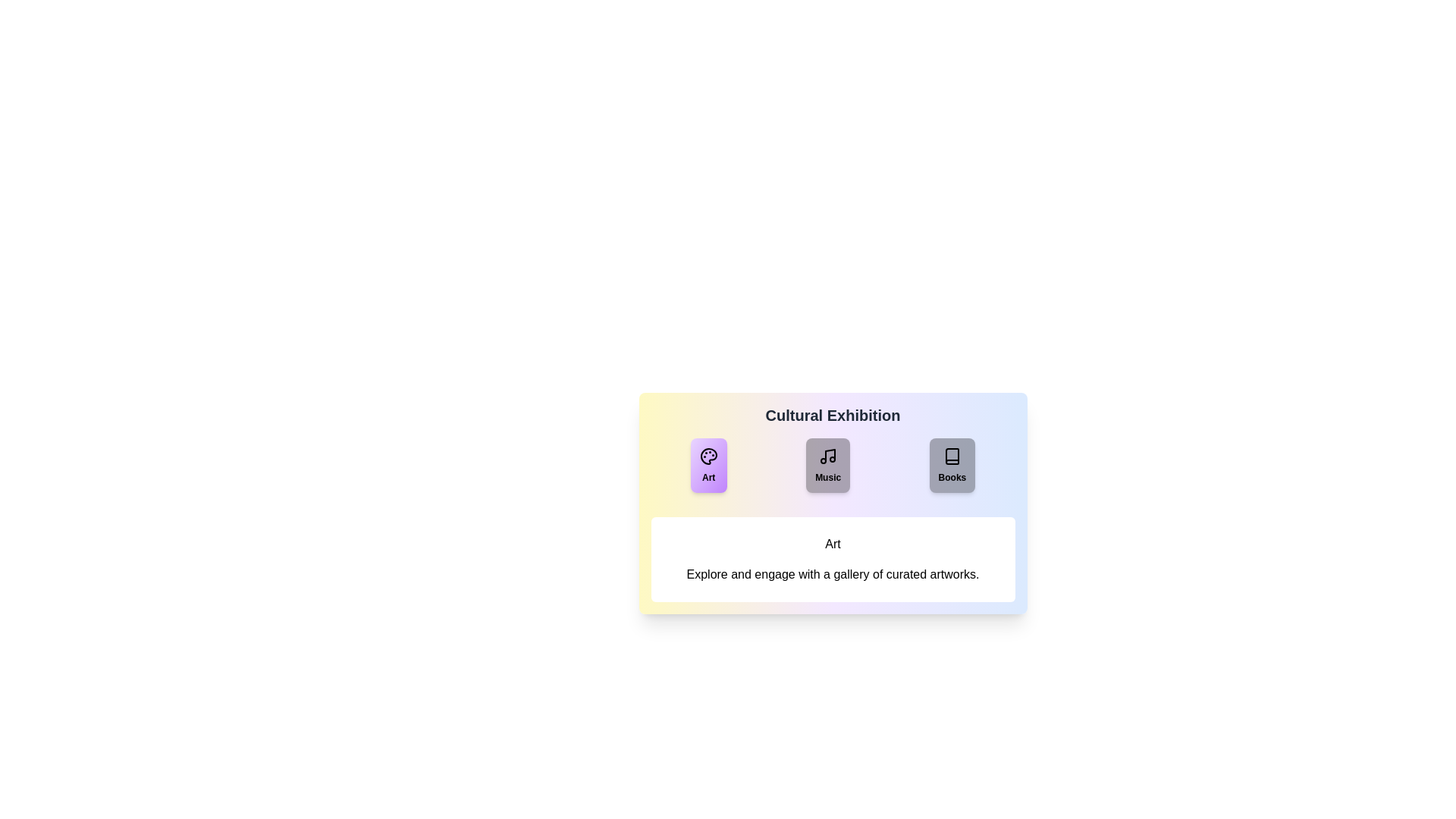 The width and height of the screenshot is (1456, 819). I want to click on the header titled 'Cultural Exhibition' to understand the context of the component, so click(832, 415).